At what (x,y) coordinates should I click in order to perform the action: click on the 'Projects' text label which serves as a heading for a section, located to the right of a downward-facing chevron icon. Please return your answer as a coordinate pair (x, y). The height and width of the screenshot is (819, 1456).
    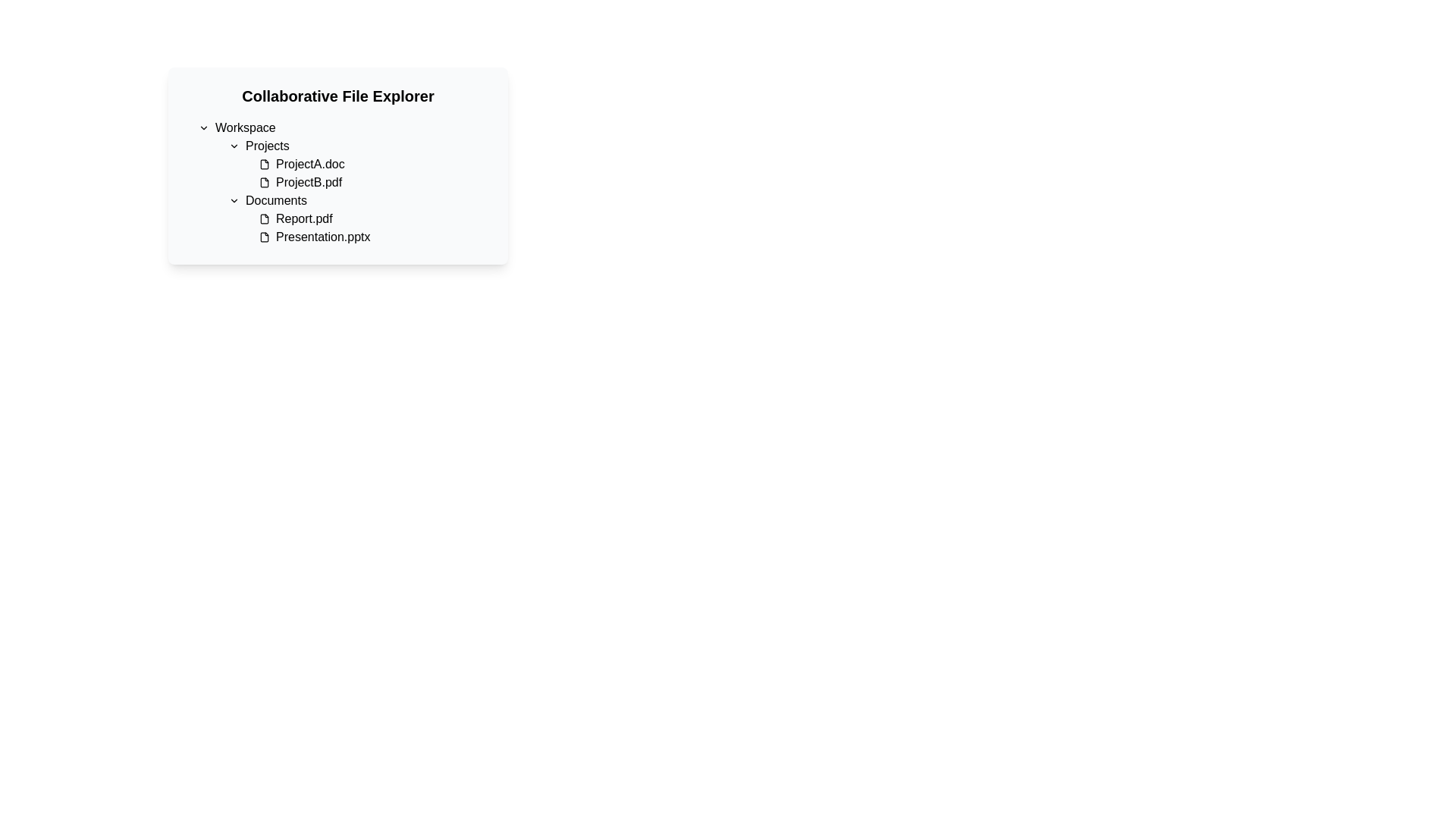
    Looking at the image, I should click on (267, 146).